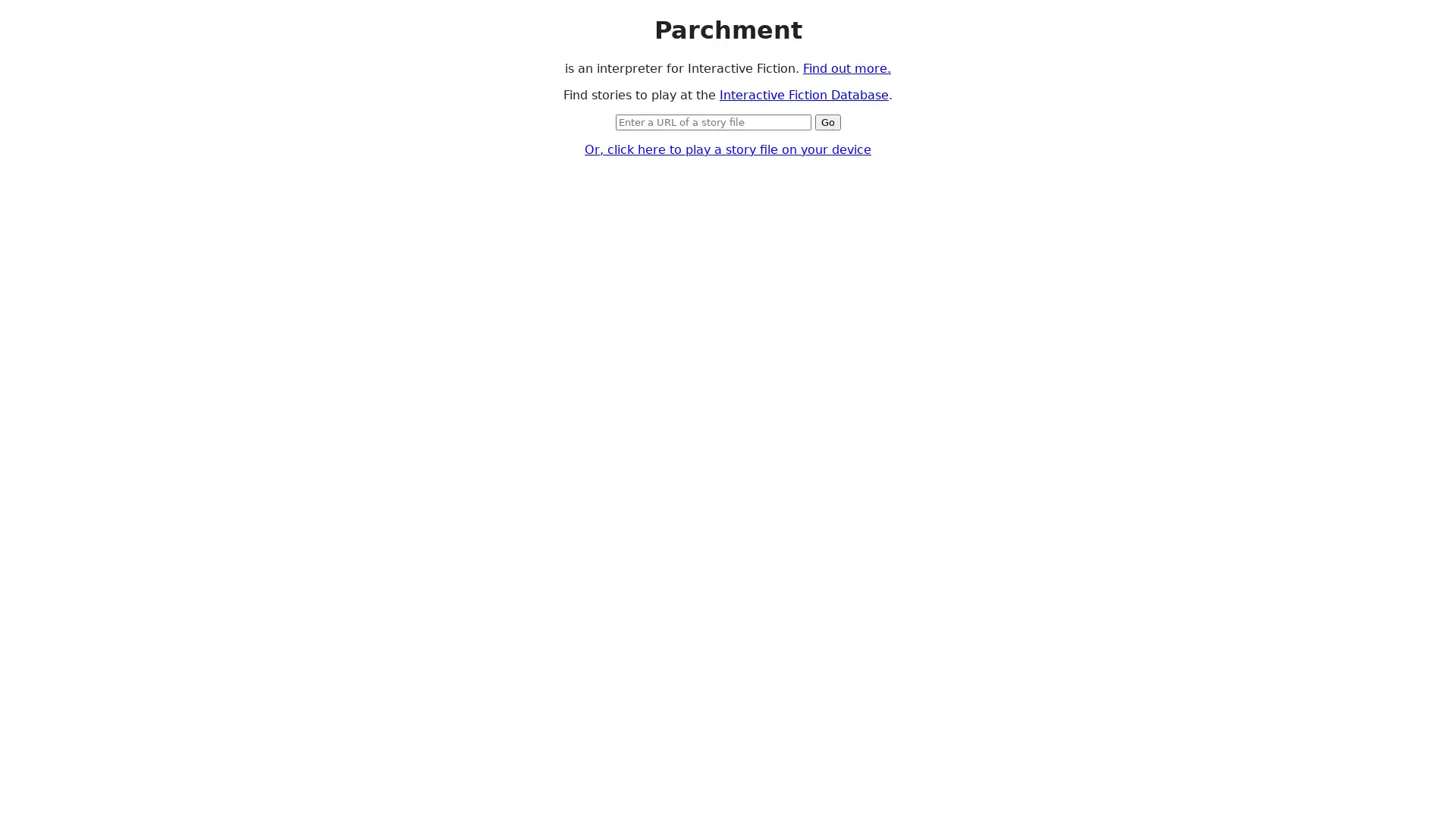 Image resolution: width=1456 pixels, height=819 pixels. Describe the element at coordinates (826, 121) in the screenshot. I see `Go` at that location.